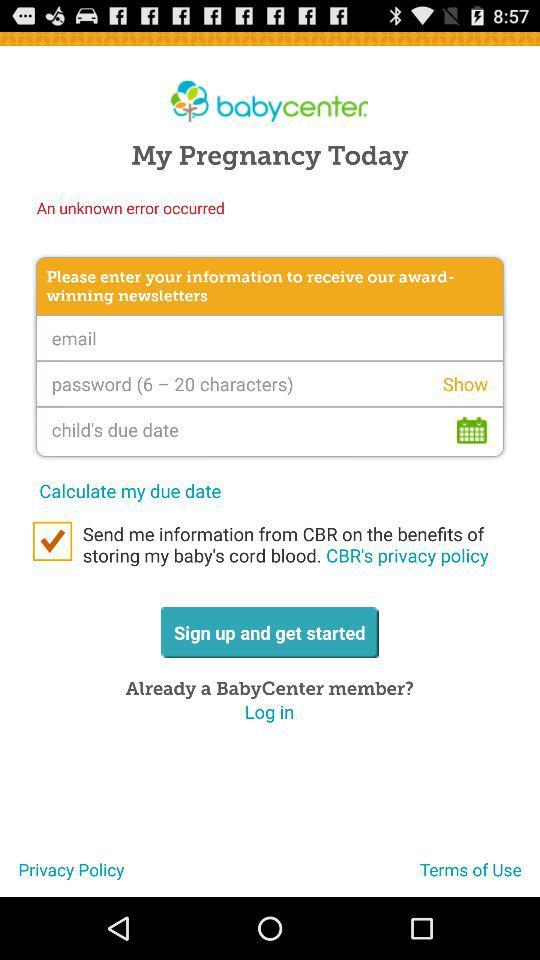 The height and width of the screenshot is (960, 540). What do you see at coordinates (288, 544) in the screenshot?
I see `the send me information` at bounding box center [288, 544].